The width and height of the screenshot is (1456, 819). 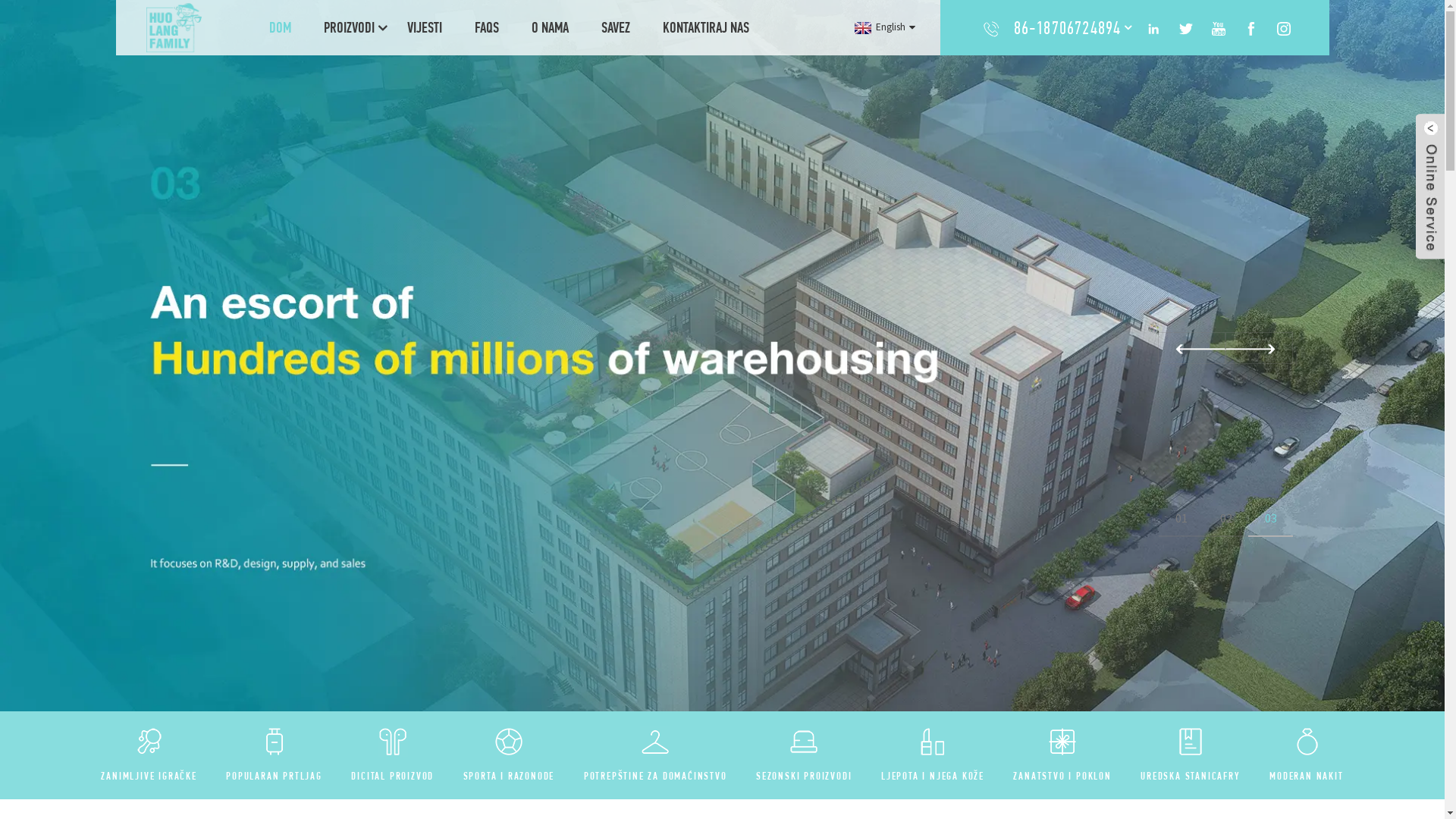 What do you see at coordinates (487, 27) in the screenshot?
I see `'FAQS'` at bounding box center [487, 27].